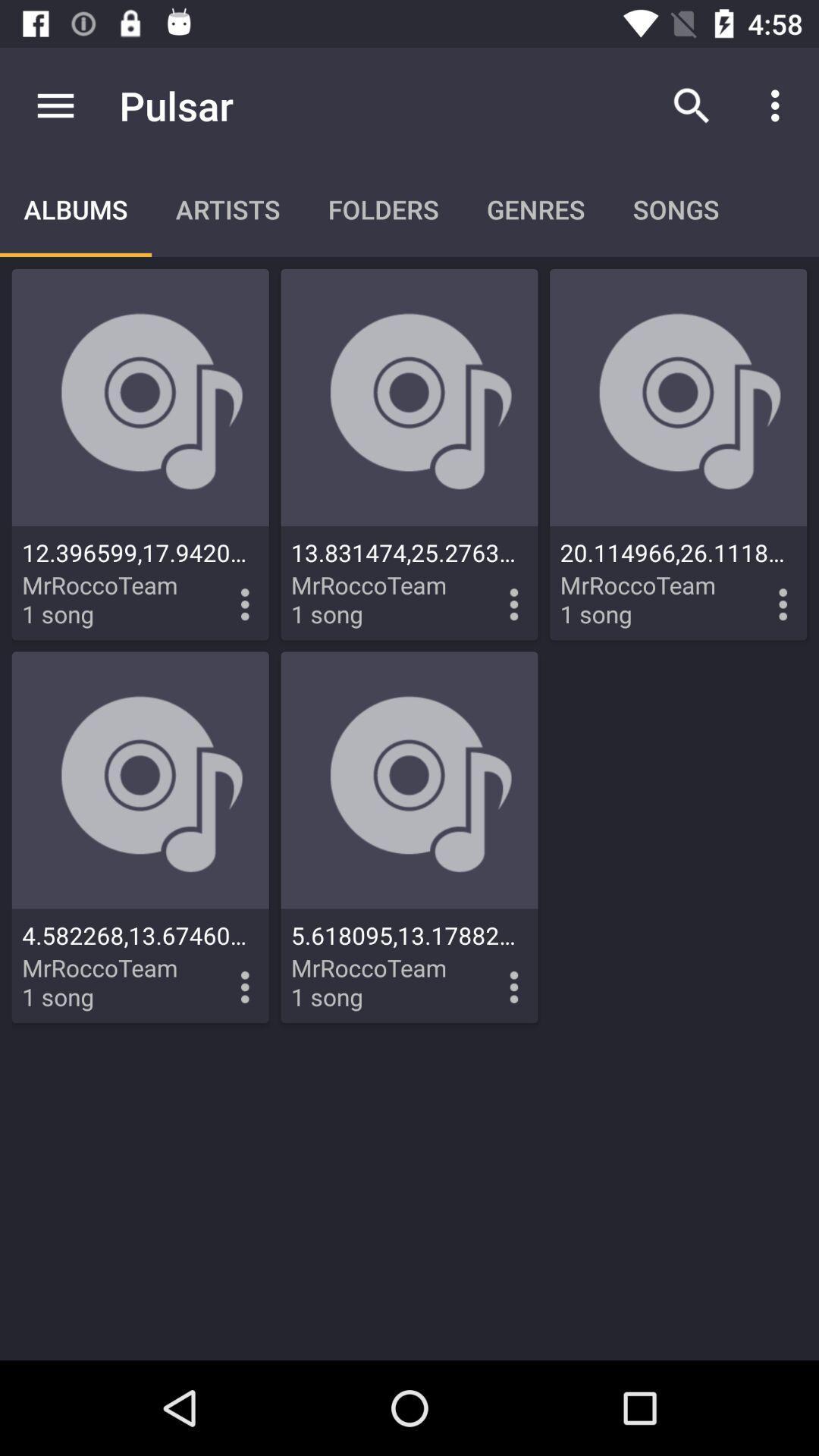 The width and height of the screenshot is (819, 1456). What do you see at coordinates (140, 454) in the screenshot?
I see `navigate to first album` at bounding box center [140, 454].